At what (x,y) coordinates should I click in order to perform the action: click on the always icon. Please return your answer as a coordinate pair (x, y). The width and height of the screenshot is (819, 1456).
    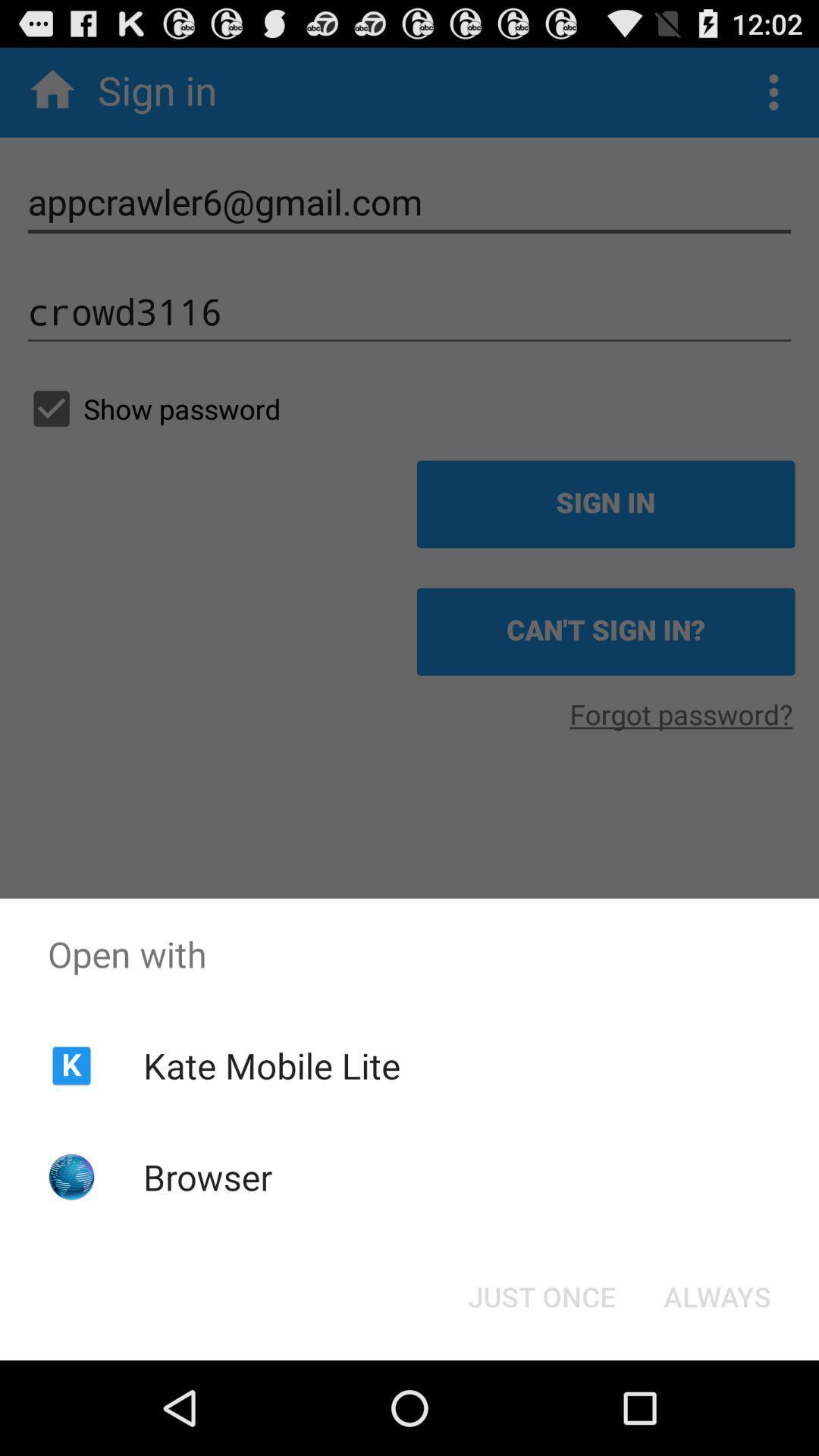
    Looking at the image, I should click on (717, 1295).